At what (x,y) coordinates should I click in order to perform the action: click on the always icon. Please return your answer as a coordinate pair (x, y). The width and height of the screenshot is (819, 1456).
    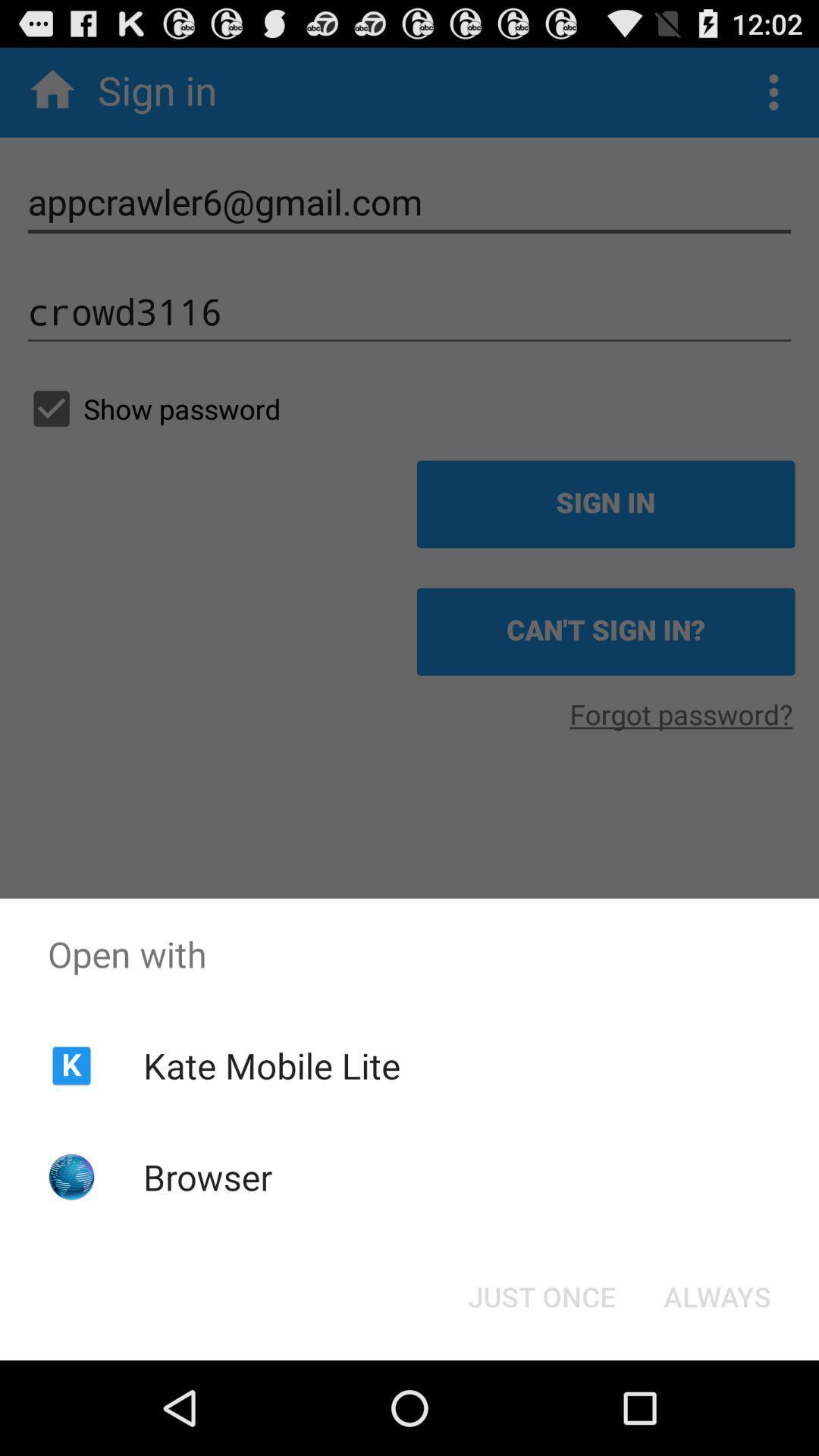
    Looking at the image, I should click on (717, 1295).